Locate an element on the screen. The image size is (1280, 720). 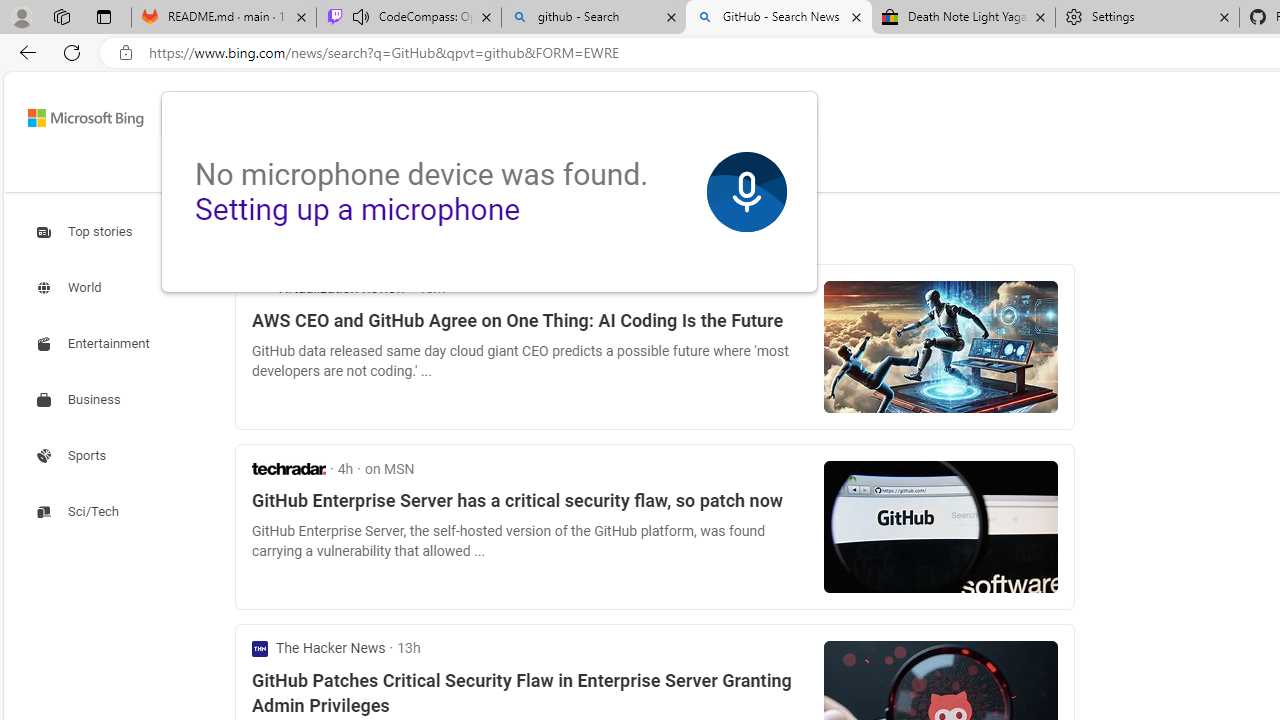
'Search news about Top stories' is located at coordinates (86, 230).